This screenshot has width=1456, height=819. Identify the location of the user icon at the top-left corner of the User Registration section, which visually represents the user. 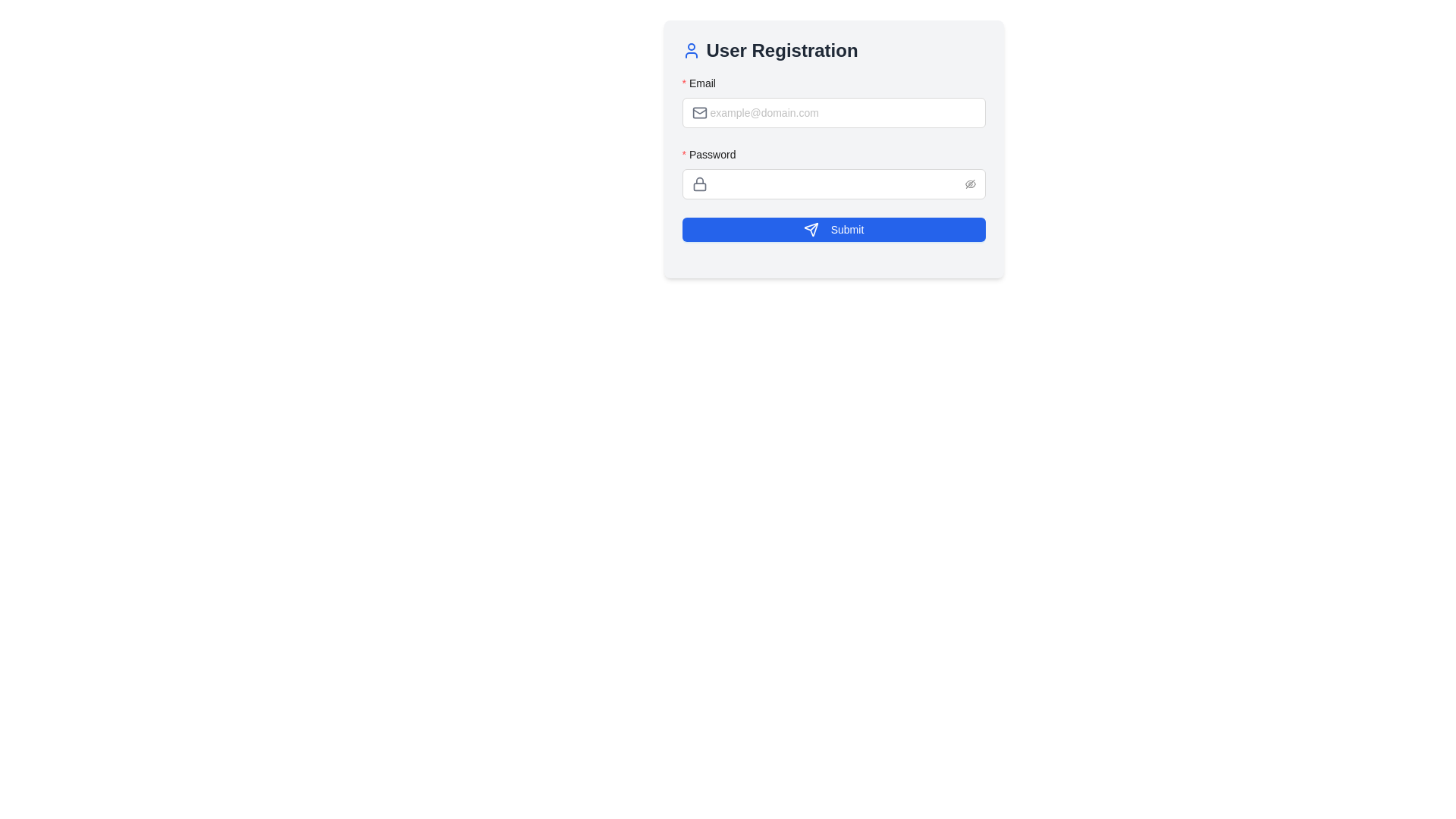
(690, 49).